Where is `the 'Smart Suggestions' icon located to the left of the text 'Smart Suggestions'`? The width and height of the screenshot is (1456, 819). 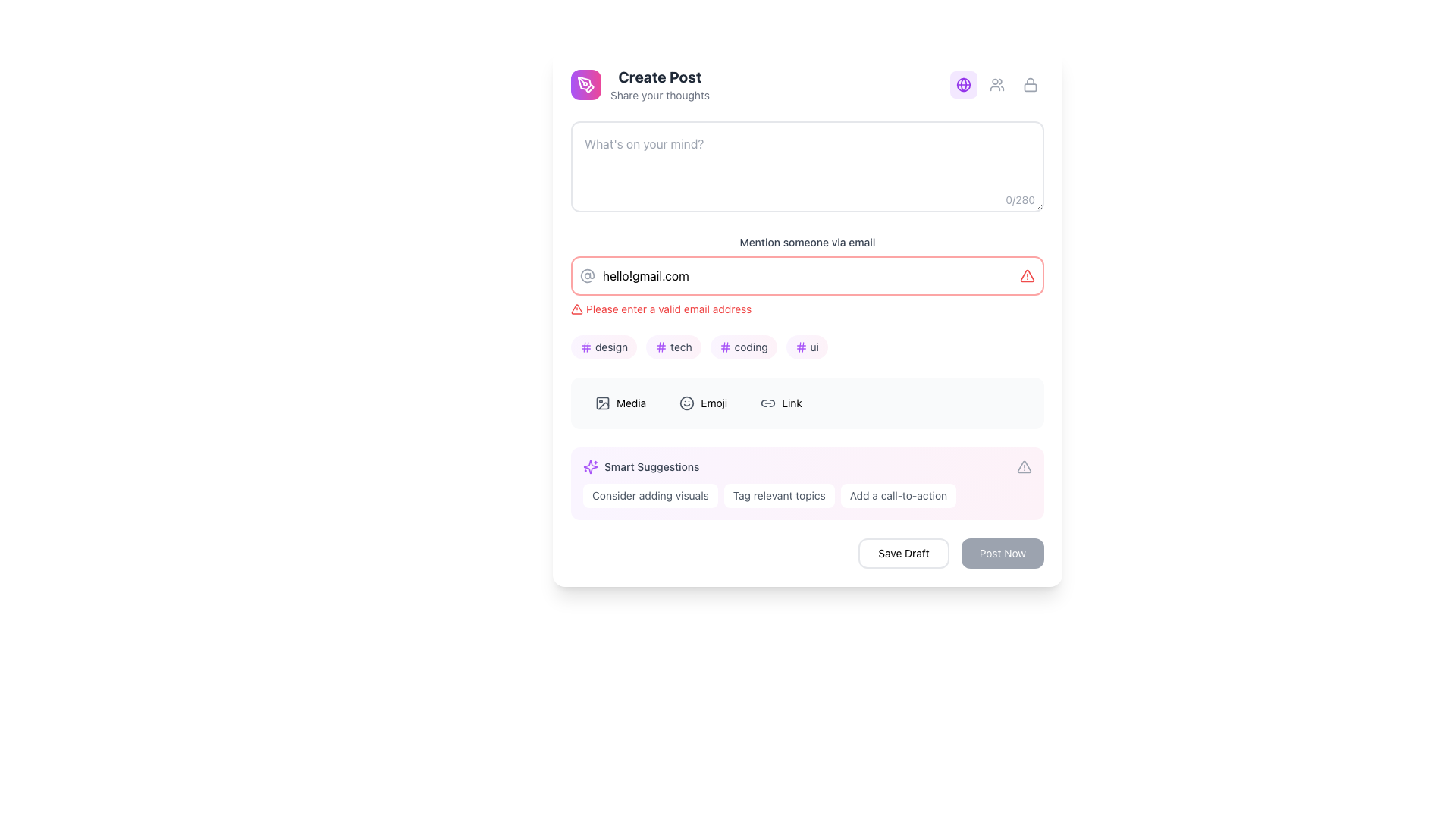 the 'Smart Suggestions' icon located to the left of the text 'Smart Suggestions' is located at coordinates (589, 466).